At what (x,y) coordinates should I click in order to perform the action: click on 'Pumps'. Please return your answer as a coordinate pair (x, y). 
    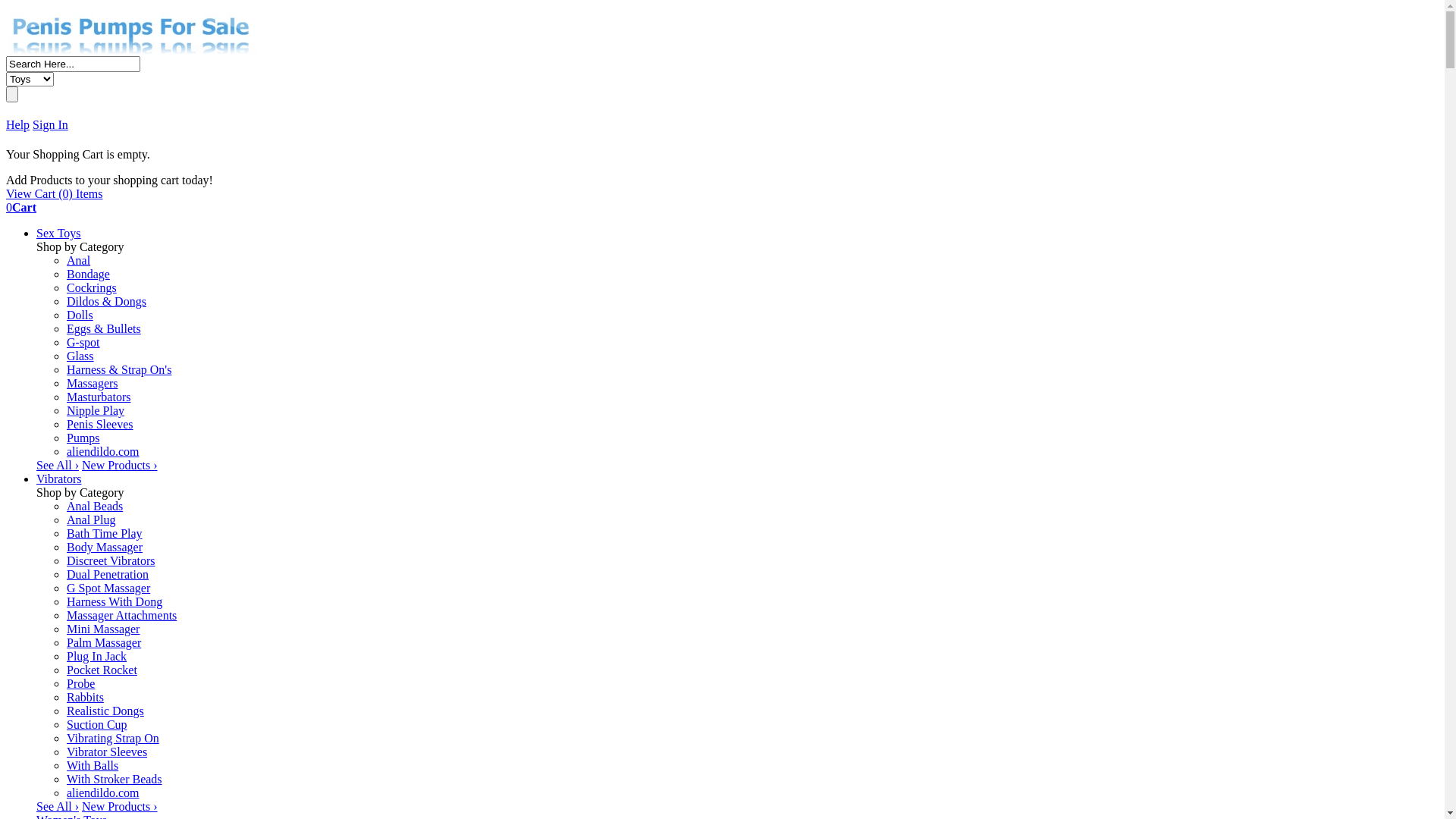
    Looking at the image, I should click on (83, 438).